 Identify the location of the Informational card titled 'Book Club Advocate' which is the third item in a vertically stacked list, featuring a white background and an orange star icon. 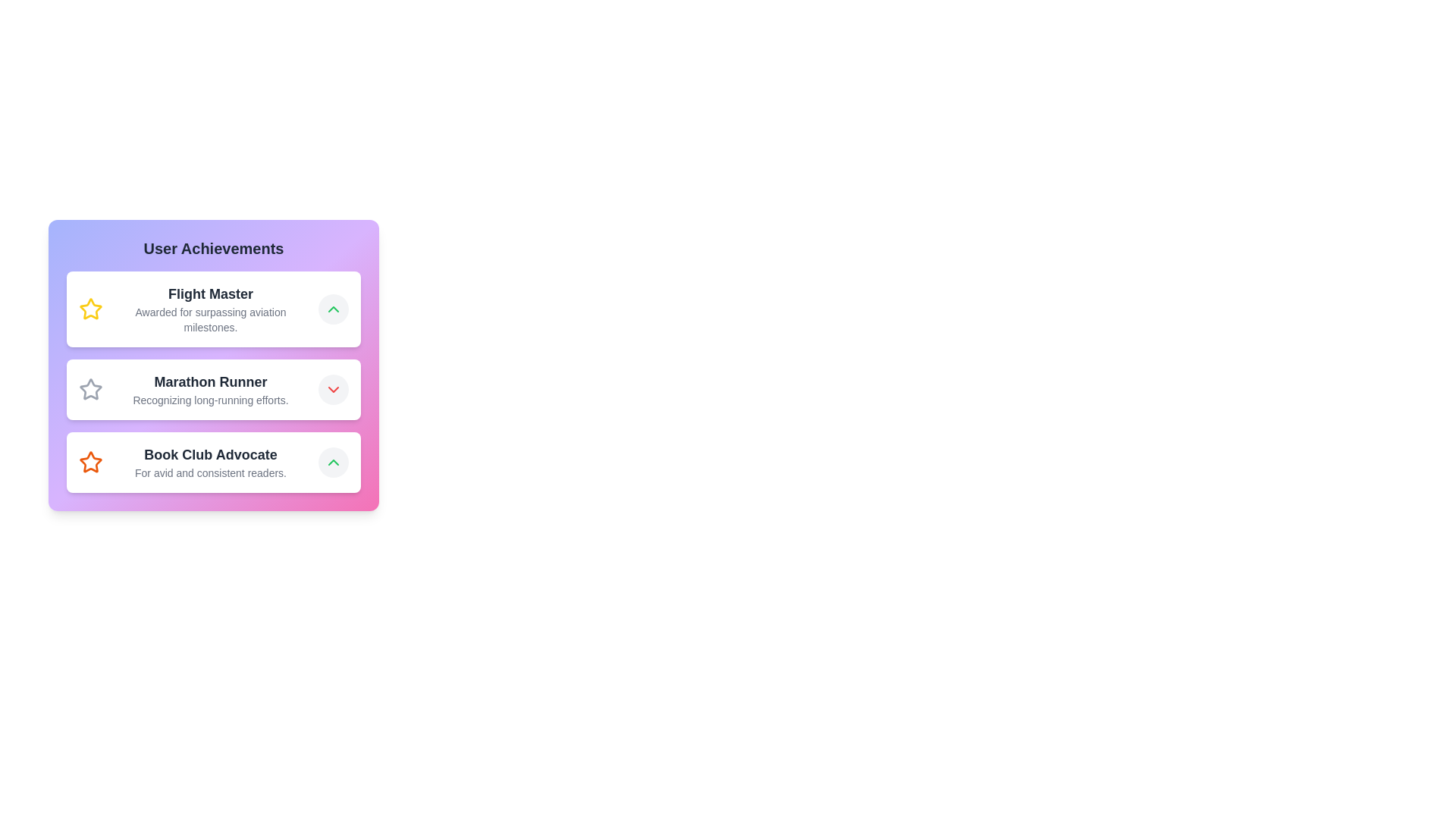
(213, 461).